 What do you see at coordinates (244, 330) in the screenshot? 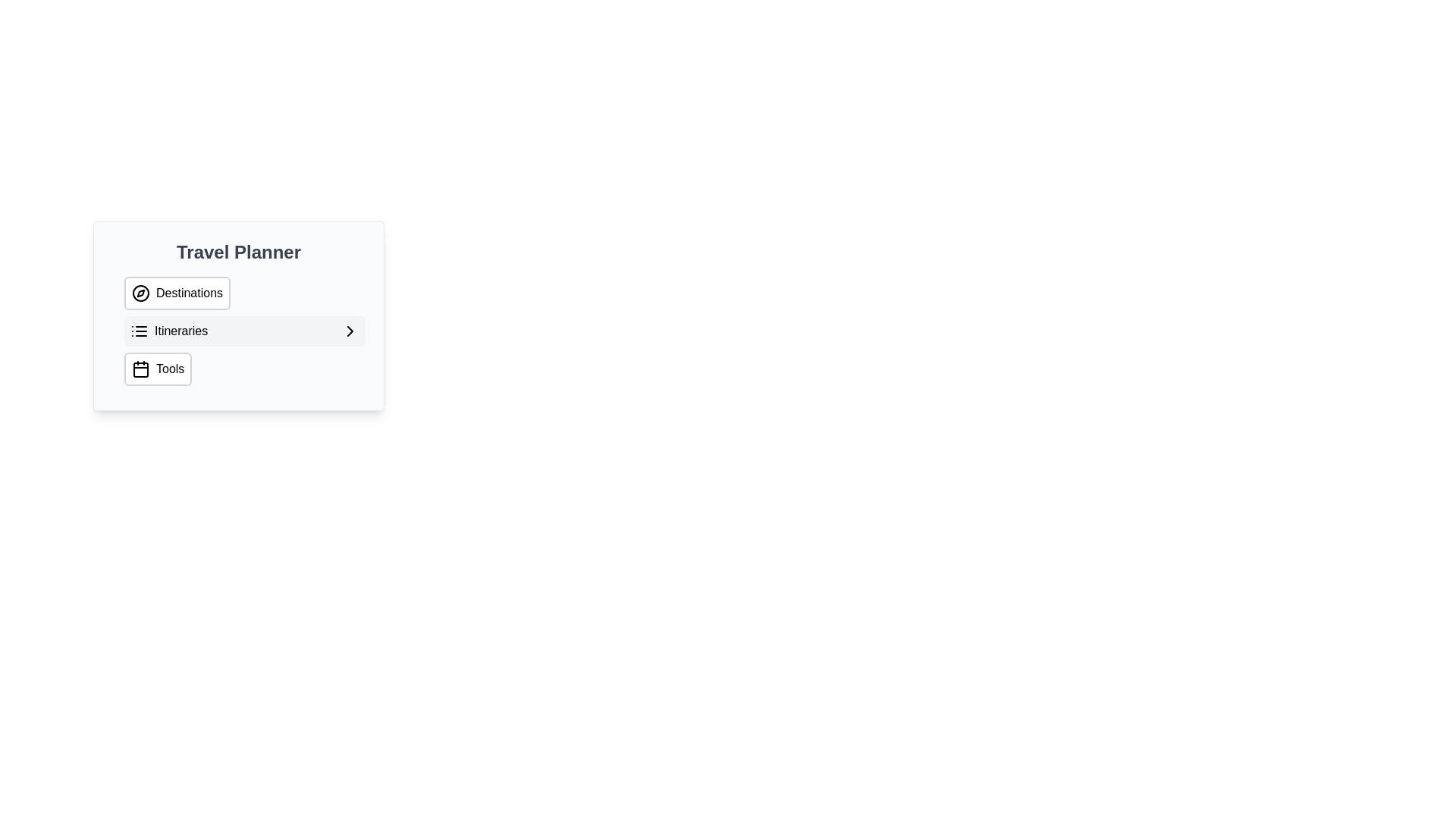
I see `the 'Itineraries' button, which is a rectangular button with a light gray background, located beneath the 'Destinations' button and above the 'Tools' button in the 'Travel Planner' panel` at bounding box center [244, 330].